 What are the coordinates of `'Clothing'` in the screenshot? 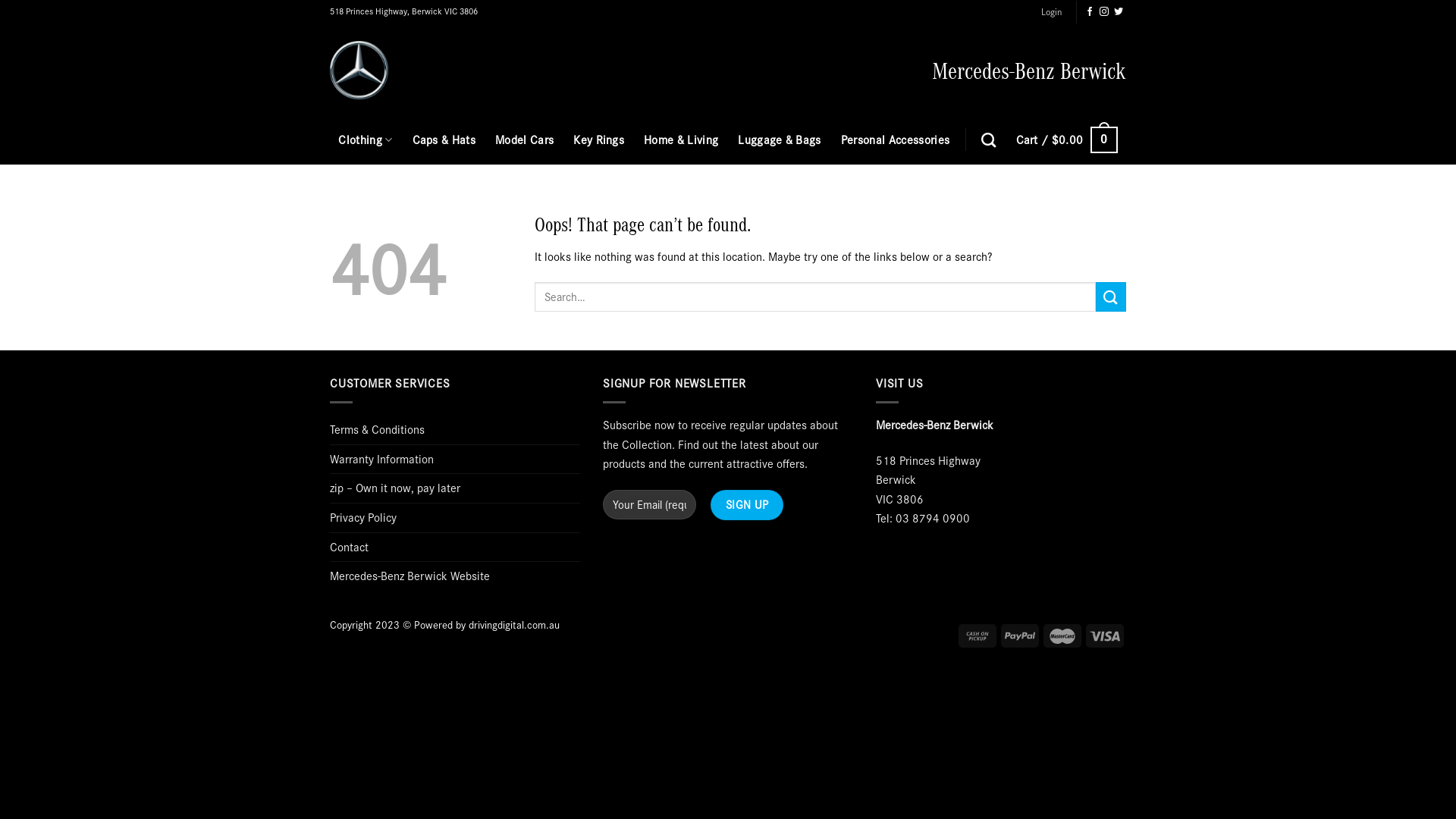 It's located at (365, 140).